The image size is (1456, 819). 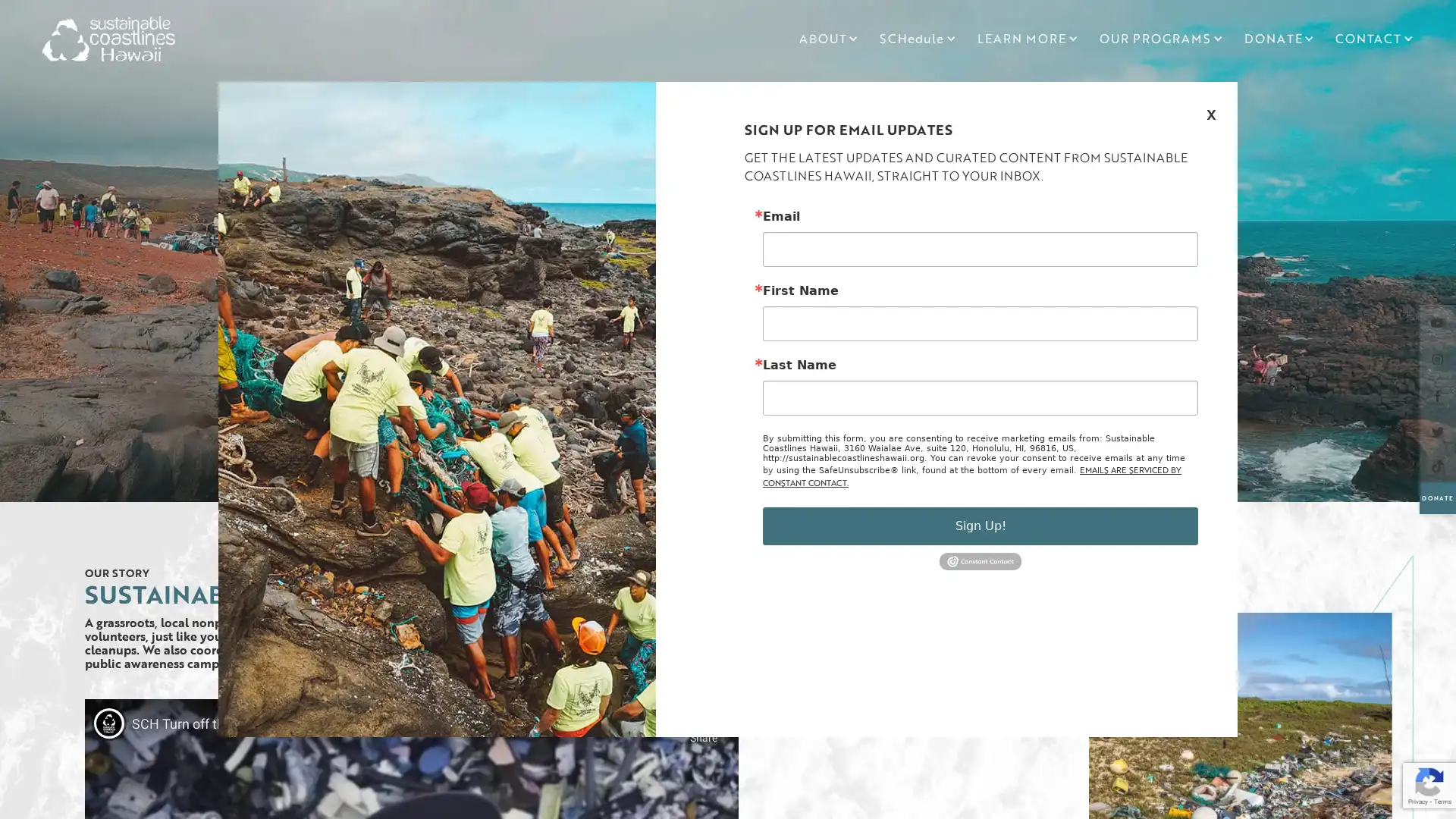 I want to click on Sign Up!, so click(x=980, y=526).